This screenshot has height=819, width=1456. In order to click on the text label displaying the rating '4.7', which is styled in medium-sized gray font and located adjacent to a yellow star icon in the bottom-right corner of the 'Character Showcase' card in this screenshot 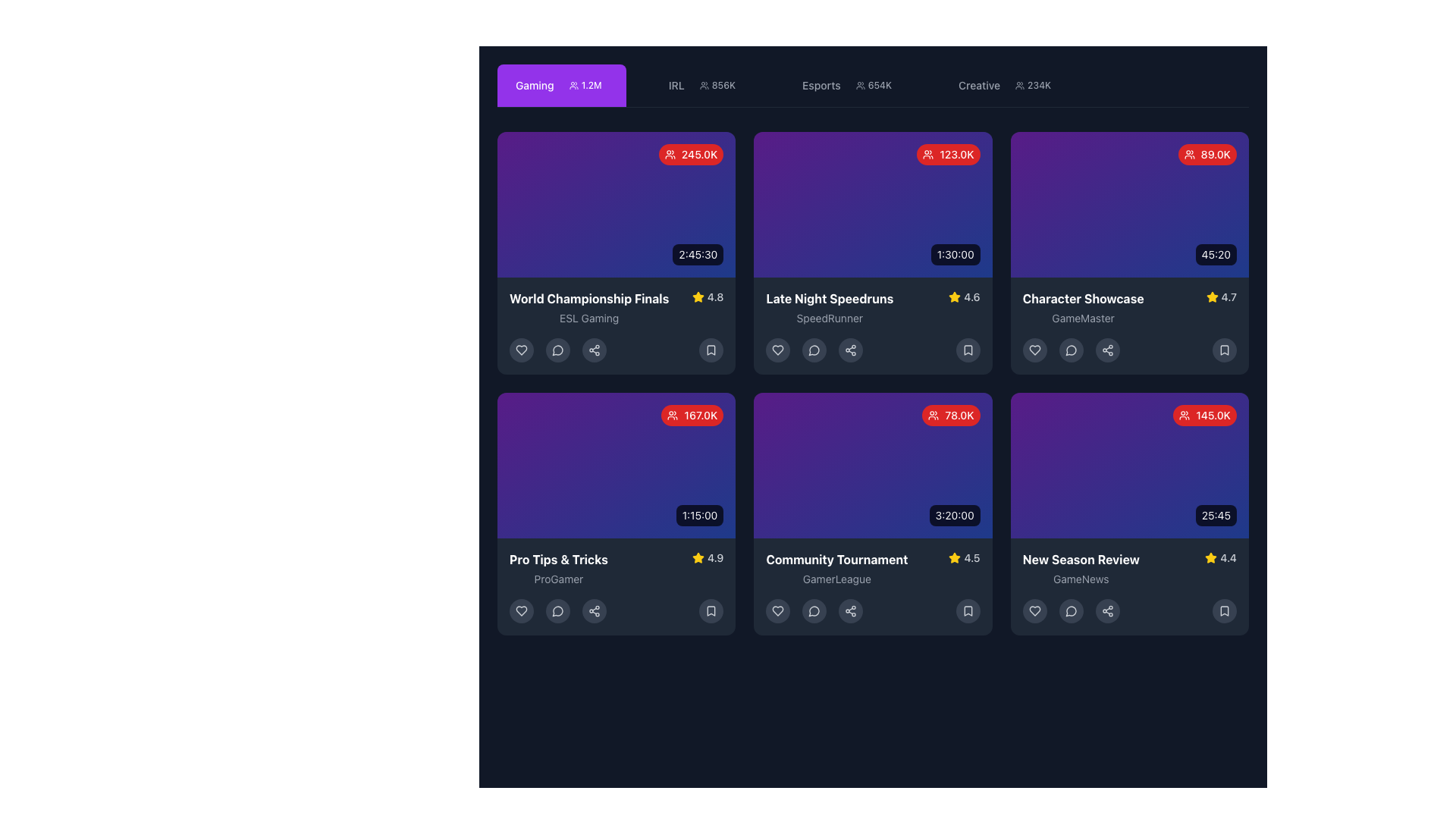, I will do `click(1228, 297)`.